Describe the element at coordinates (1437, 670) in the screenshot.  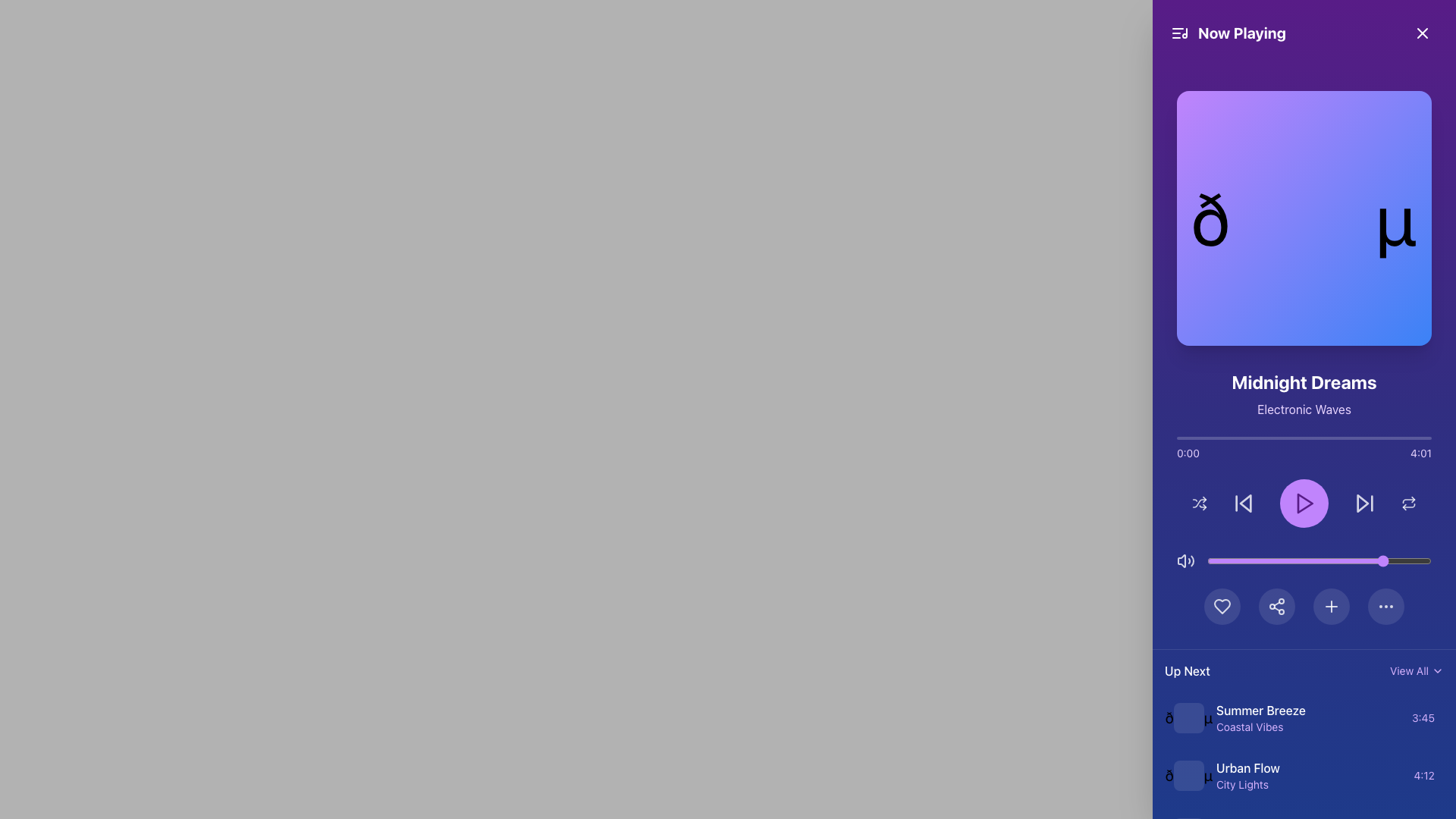
I see `the chevron down icon located to the right of the 'View All' text label in the 'Up Next' section` at that location.